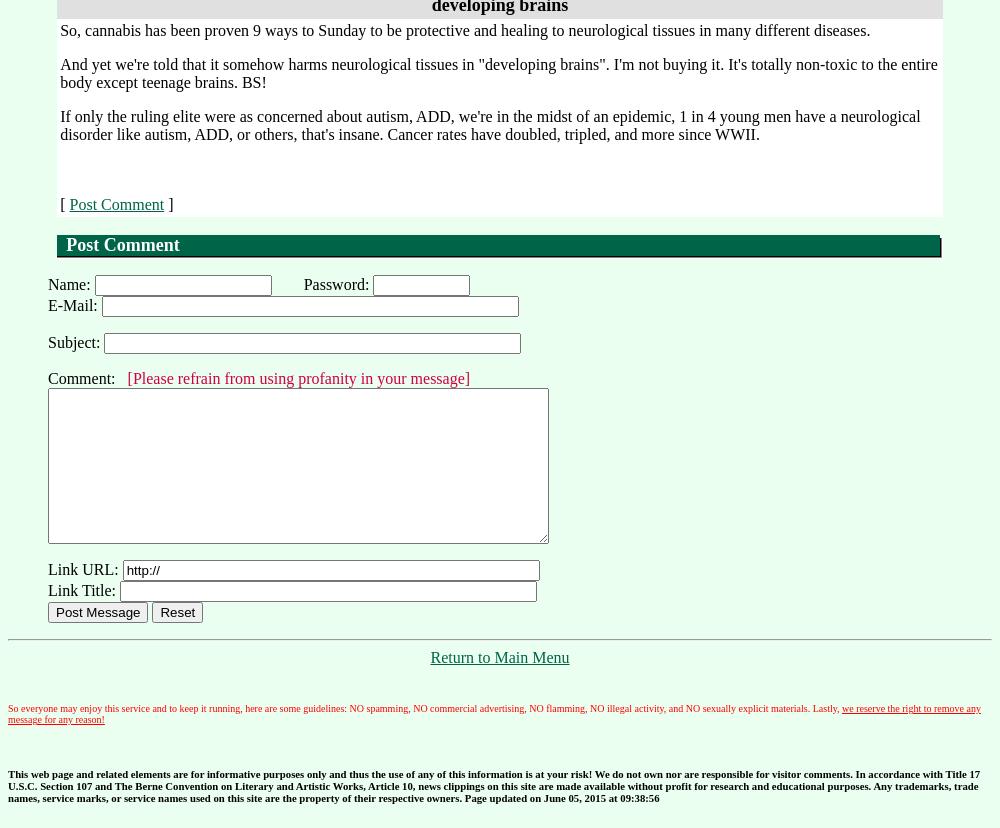 Image resolution: width=1000 pixels, height=828 pixels. What do you see at coordinates (60, 124) in the screenshot?
I see `'If only the ruling elite were as concerned about autism, ADD, we're in the midst of an epidemic, 1 in 4 young men have a neurological disorder like autism, ADD, or others, that's insane.  Cancer rates have doubled, tripled, and more since WWII.'` at bounding box center [60, 124].